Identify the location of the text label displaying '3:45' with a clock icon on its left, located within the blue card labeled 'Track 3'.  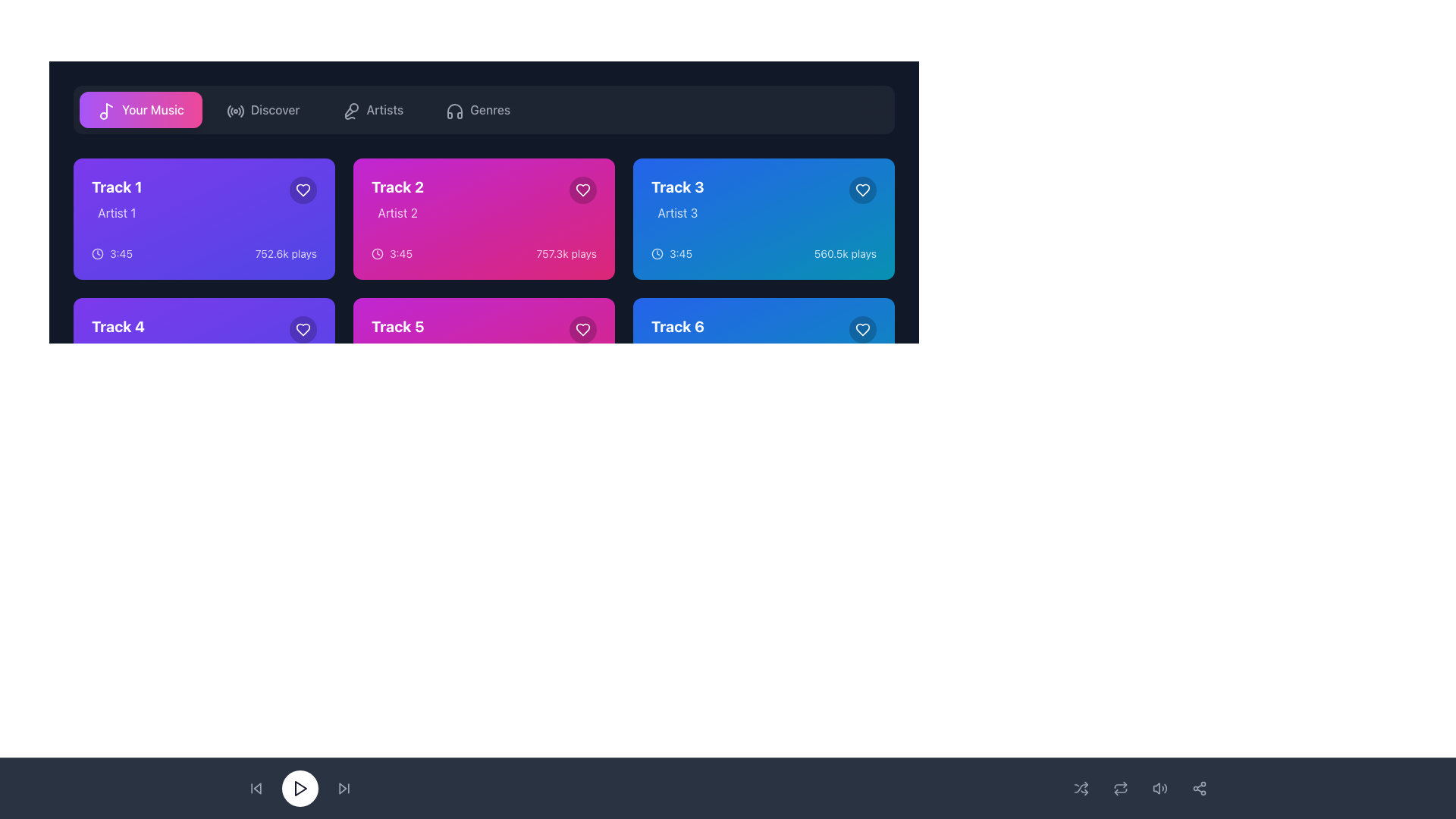
(671, 253).